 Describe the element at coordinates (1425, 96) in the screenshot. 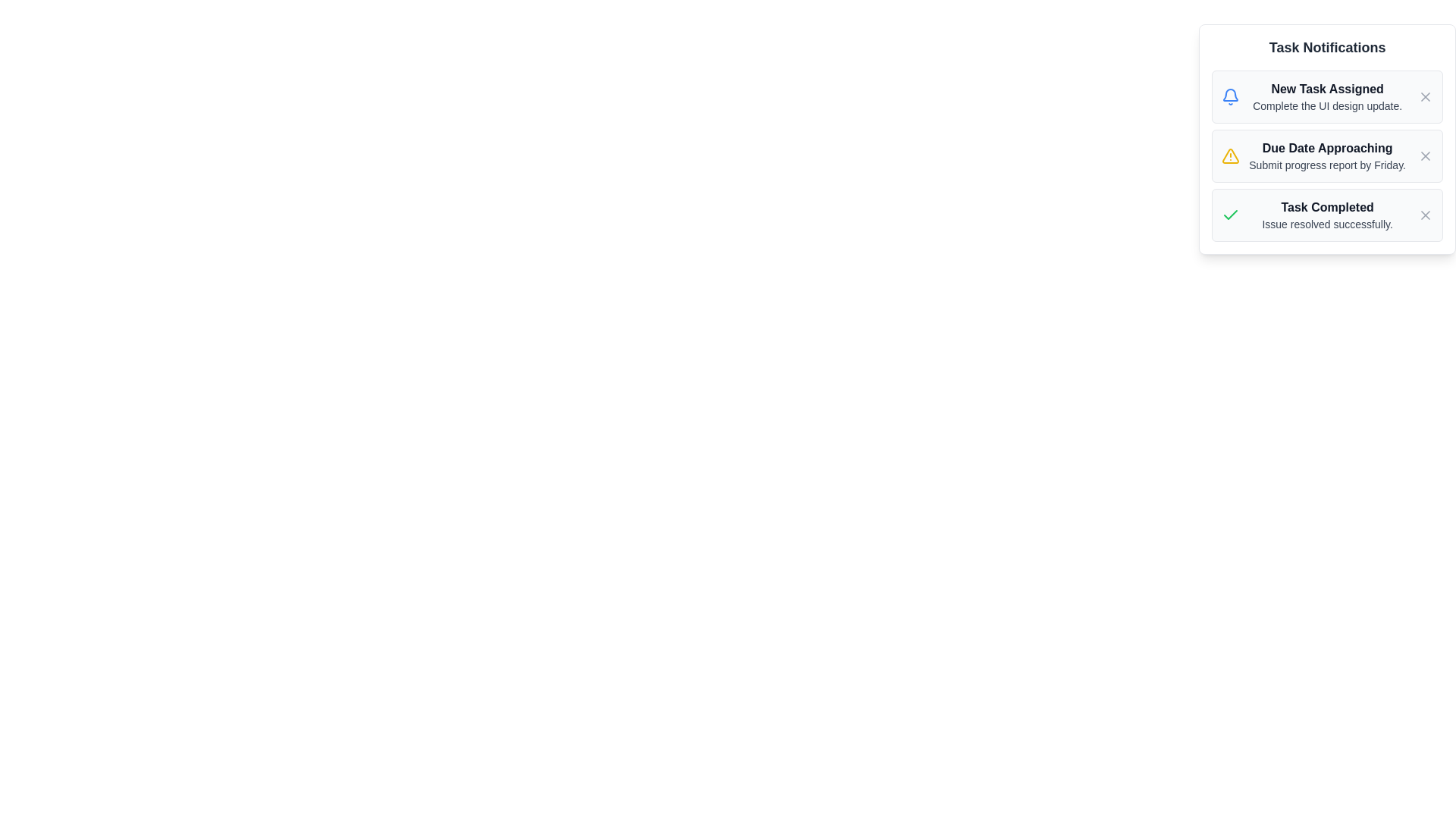

I see `the 'X' icon in the top-right corner of the notification panel` at that location.